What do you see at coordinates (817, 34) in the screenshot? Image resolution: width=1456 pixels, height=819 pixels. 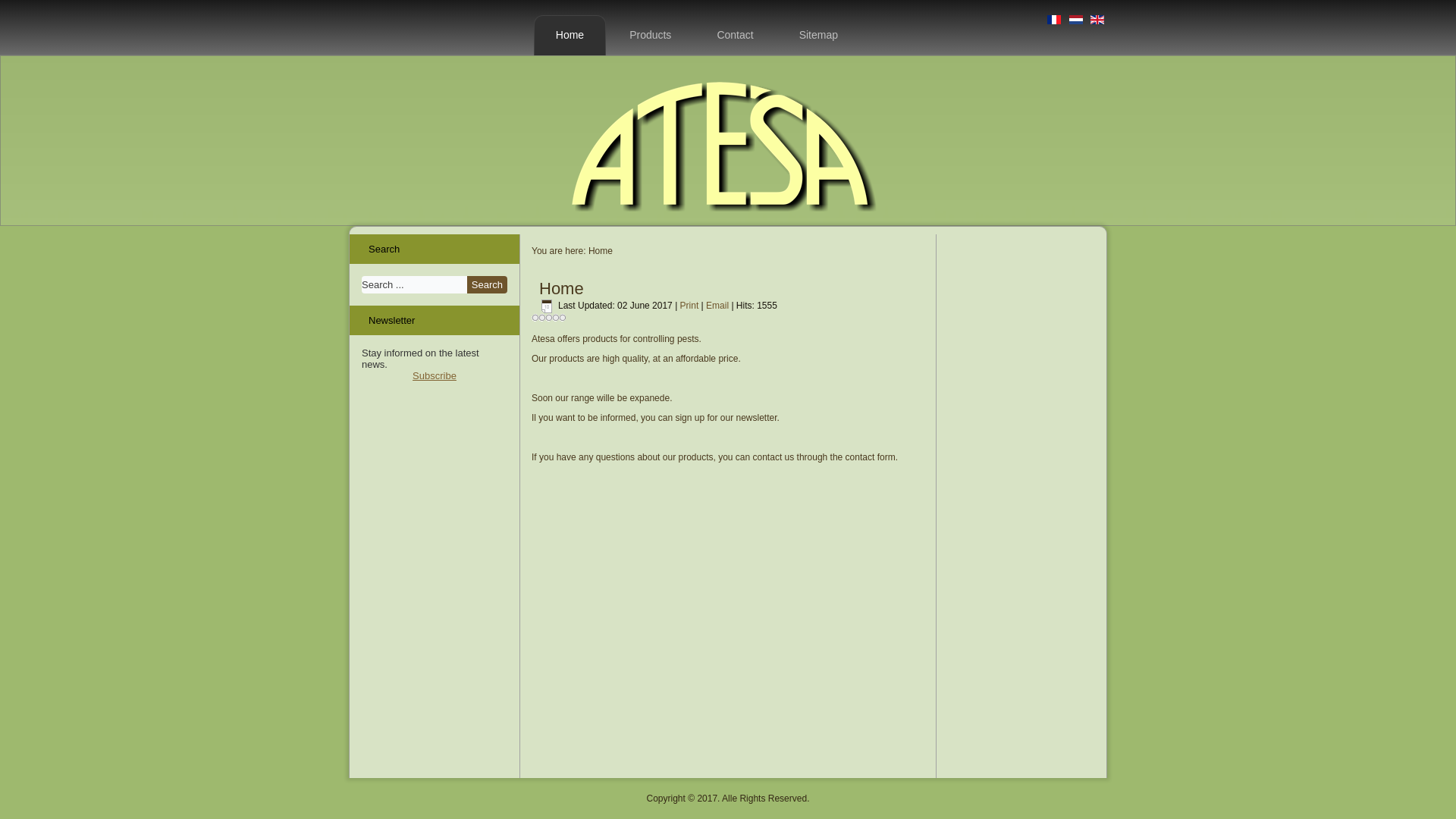 I see `'Sitemap'` at bounding box center [817, 34].